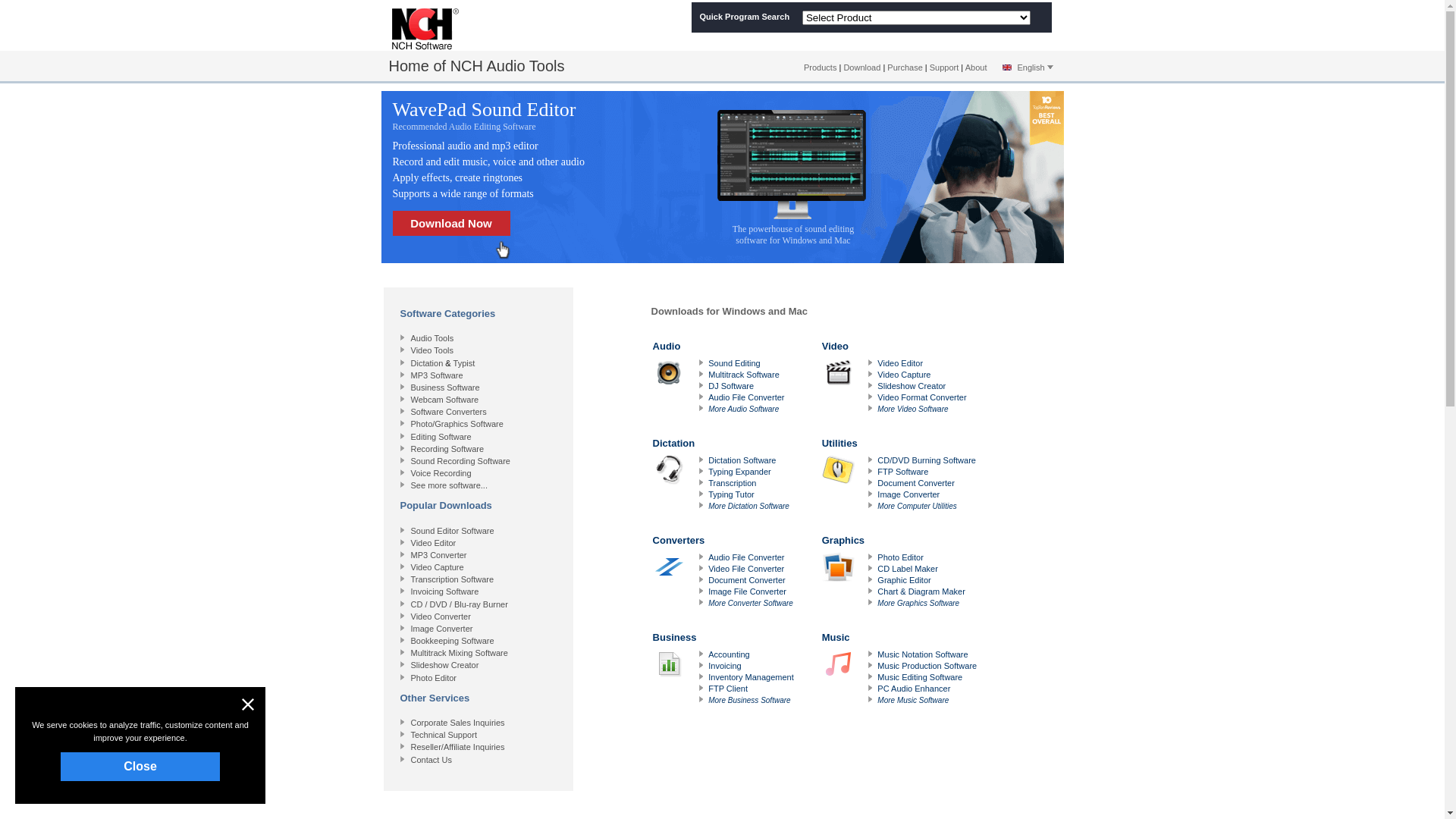 Image resolution: width=1456 pixels, height=819 pixels. Describe the element at coordinates (742, 459) in the screenshot. I see `'Dictation Software'` at that location.